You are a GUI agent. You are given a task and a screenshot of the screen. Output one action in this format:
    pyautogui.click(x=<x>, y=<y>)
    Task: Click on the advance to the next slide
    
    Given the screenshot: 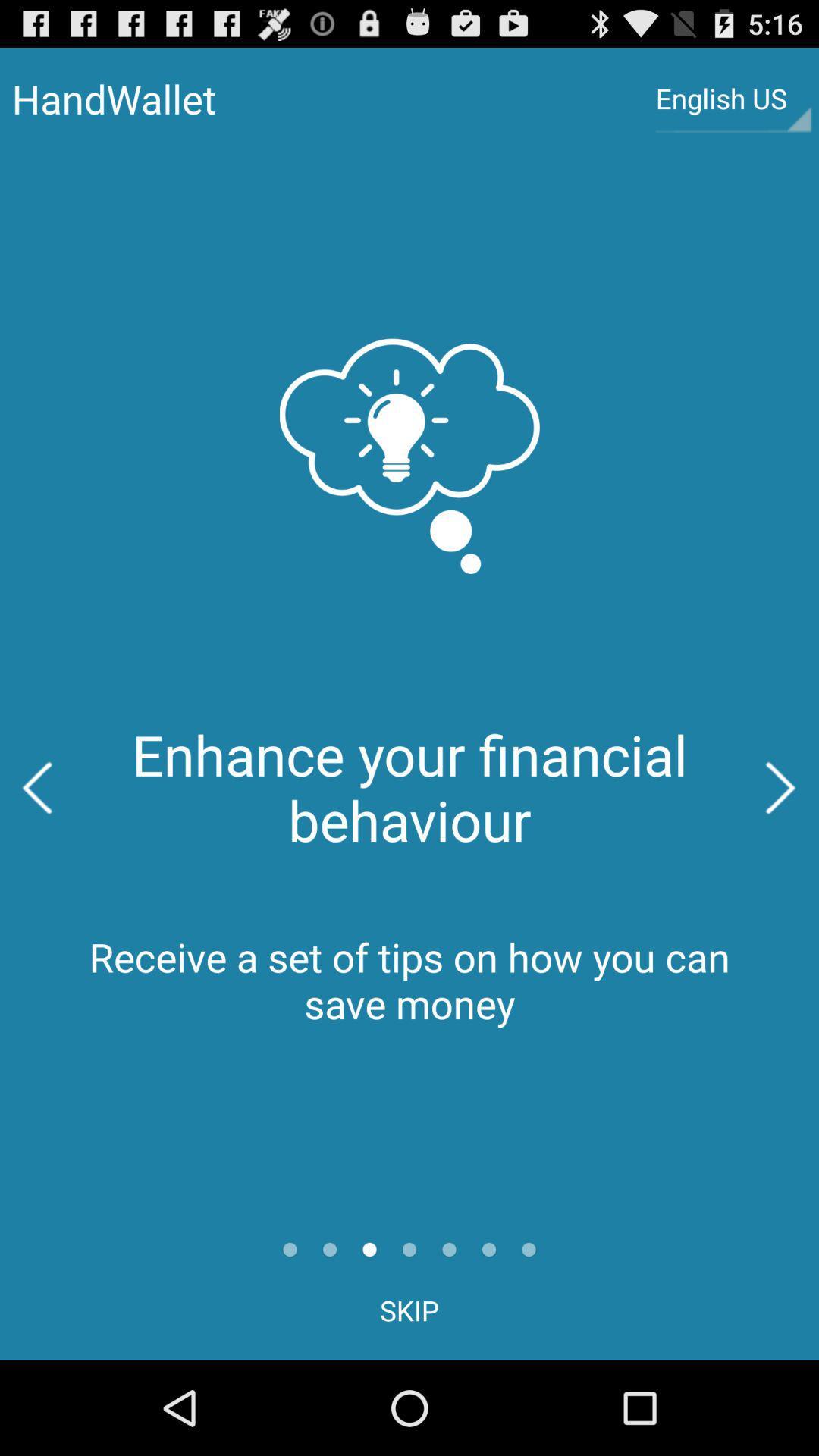 What is the action you would take?
    pyautogui.click(x=781, y=788)
    